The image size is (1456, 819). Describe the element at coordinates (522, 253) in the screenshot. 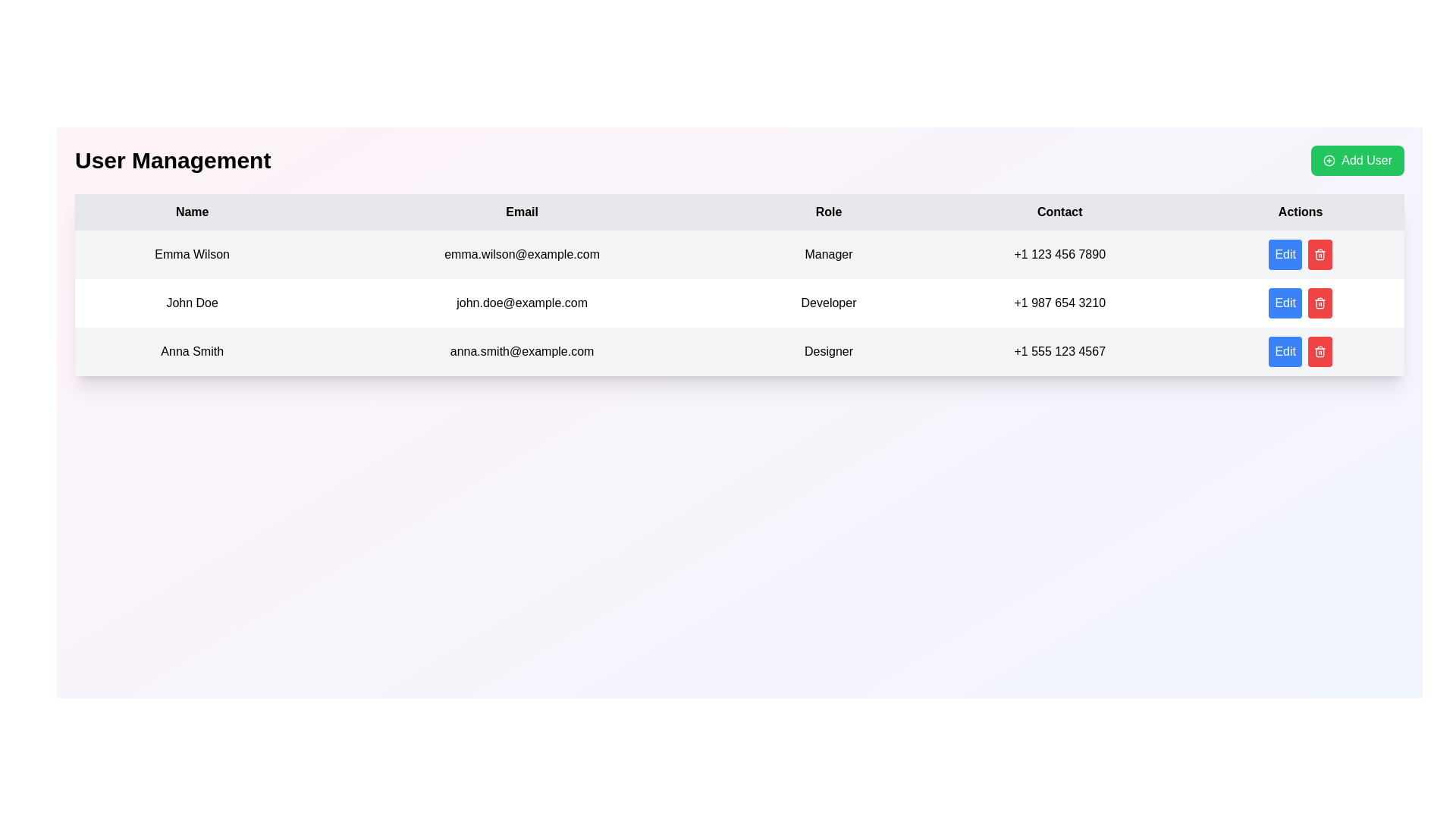

I see `the text label displaying the email address for the user 'Emma Wilson' in the User Management table` at that location.